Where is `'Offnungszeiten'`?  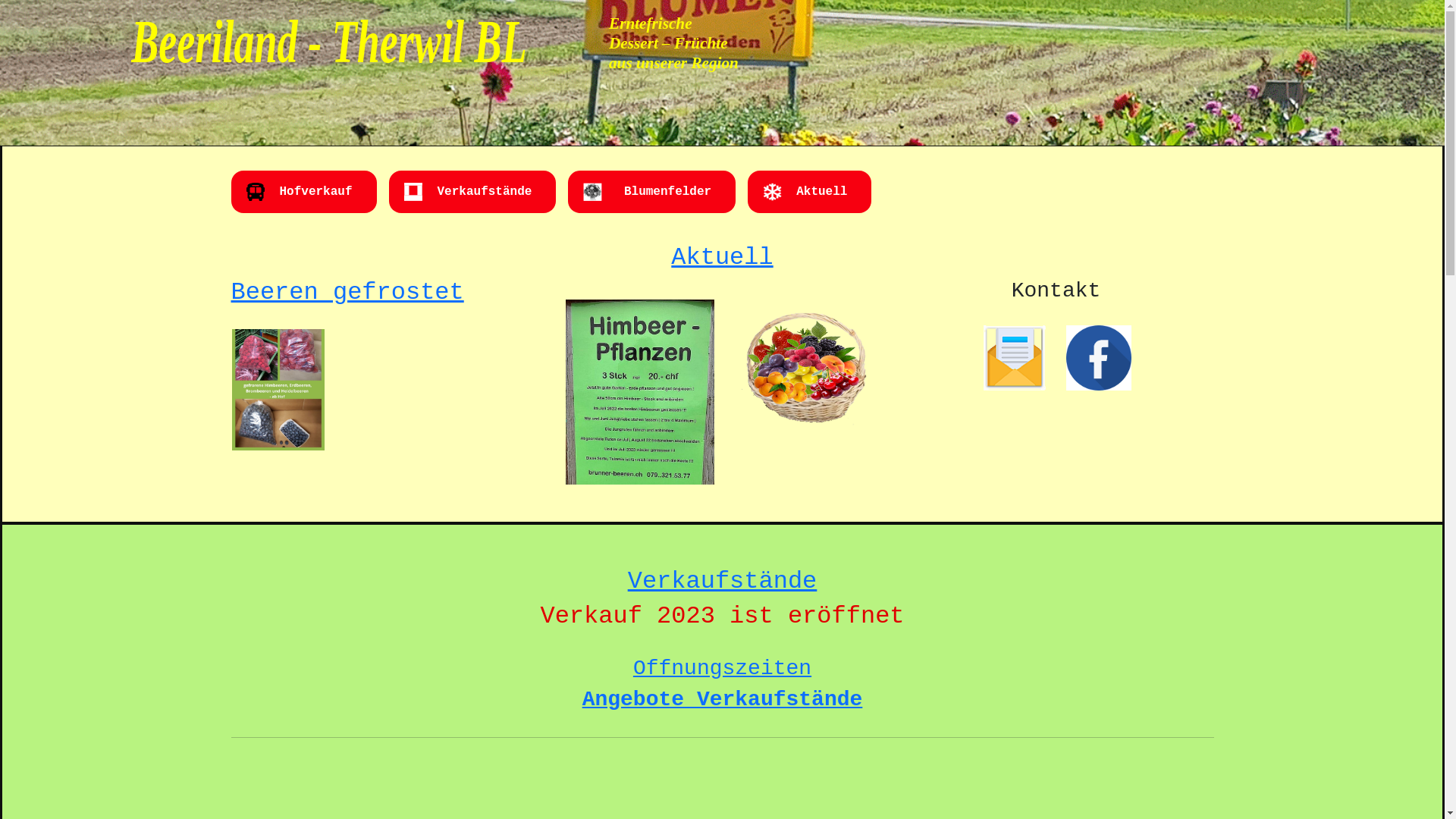 'Offnungszeiten' is located at coordinates (721, 667).